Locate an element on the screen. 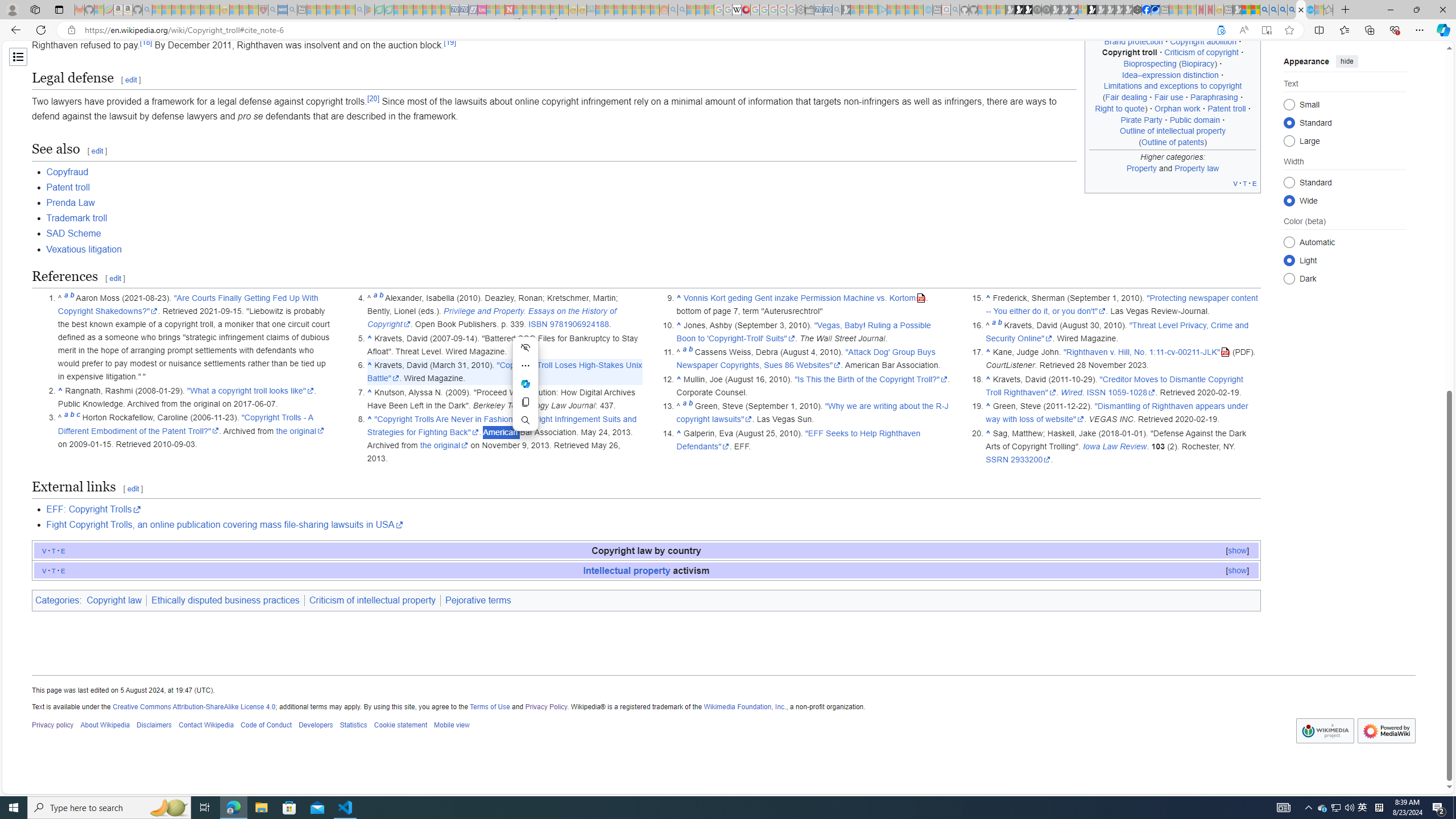 This screenshot has width=1456, height=819. 'Outline of intellectual property' is located at coordinates (1173, 130).